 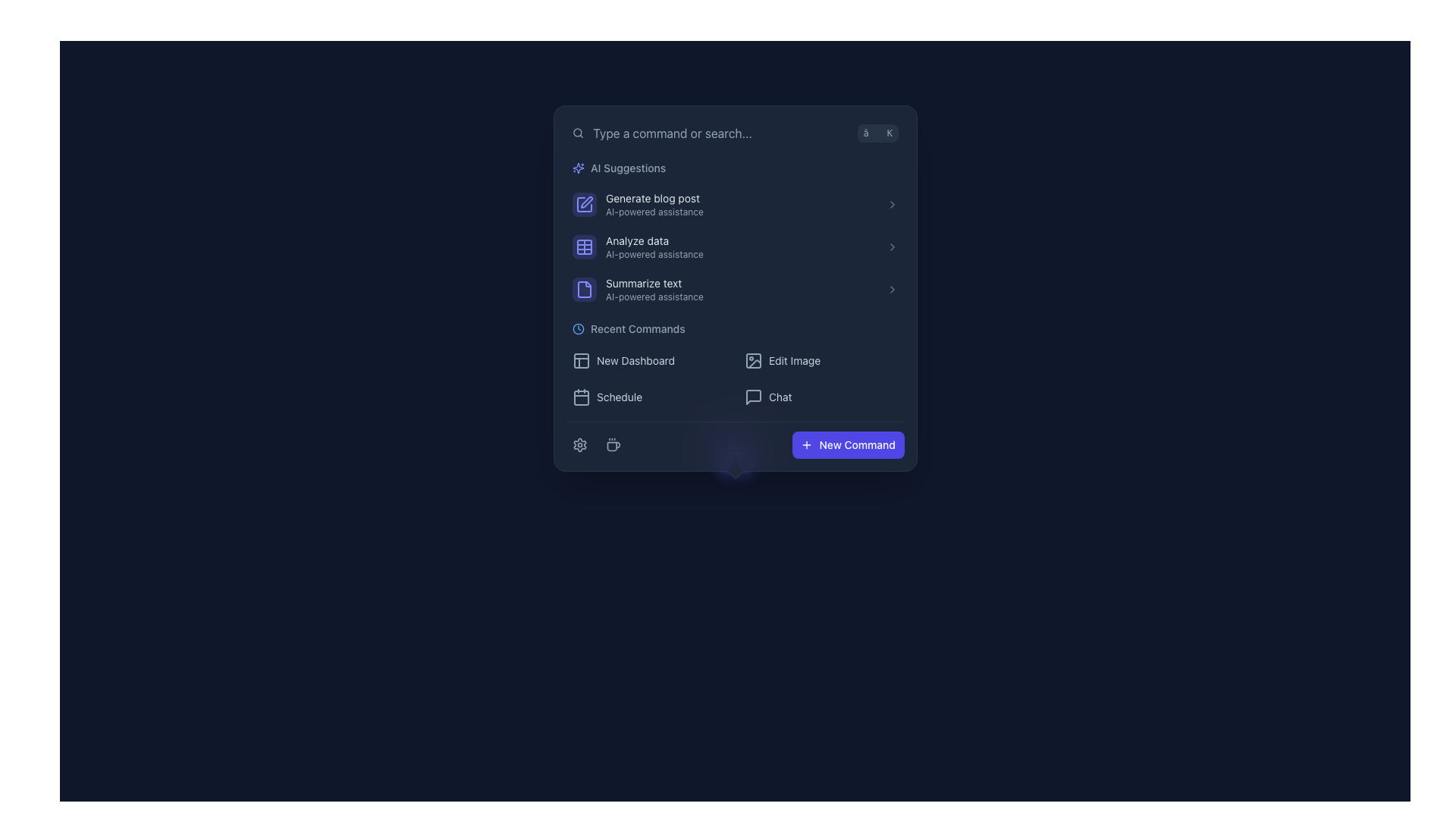 What do you see at coordinates (741, 212) in the screenshot?
I see `the text label that provides supplementary information explaining that the 'Generate blog post' functionality is supported by AI, located below 'Generate blog post' in the second item of the AI Suggestions list` at bounding box center [741, 212].